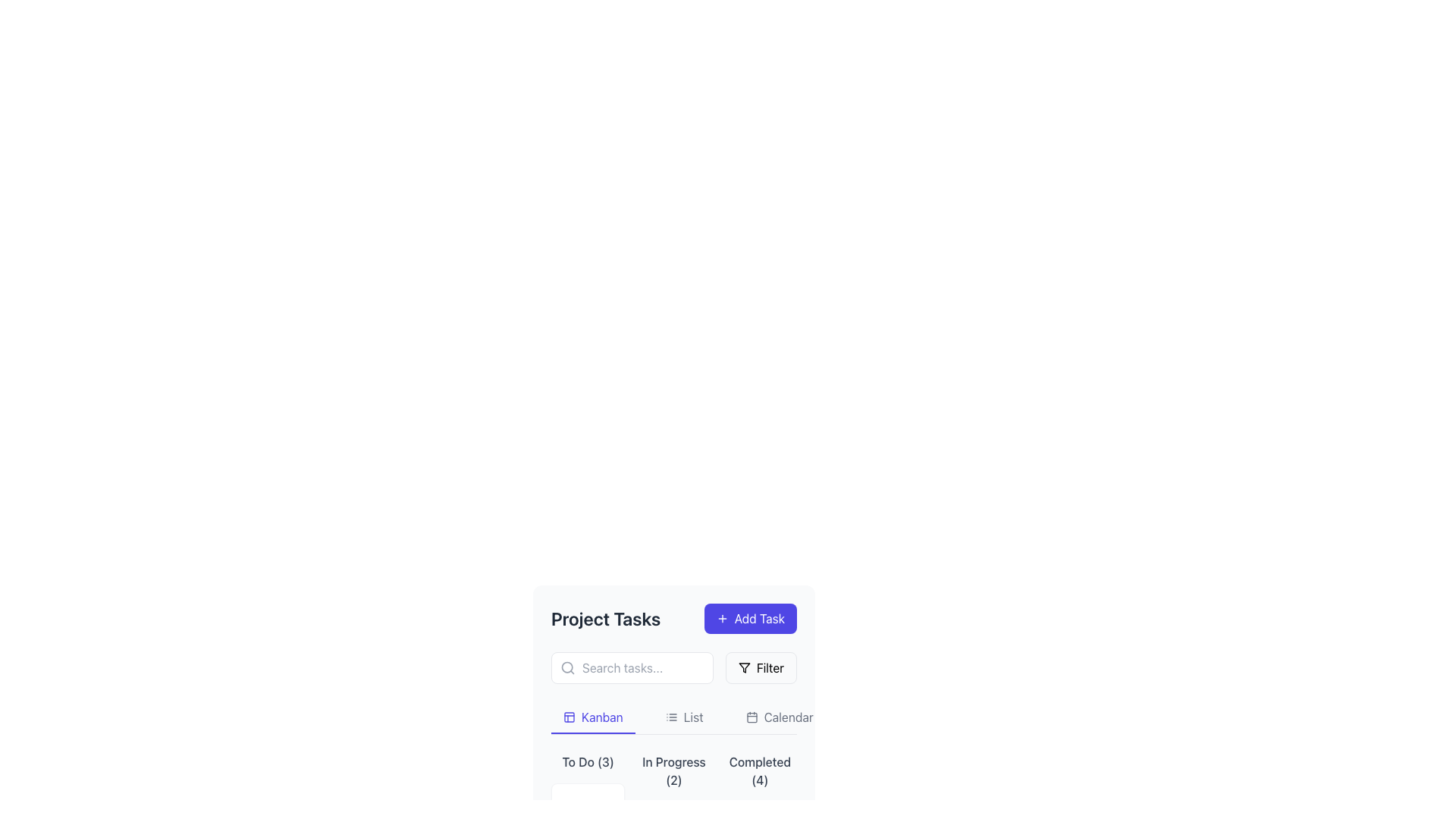 The image size is (1456, 819). What do you see at coordinates (760, 771) in the screenshot?
I see `the 'Completed' text label indicating 4 tasks, located in the lower right portion of the interface within the task statuses section` at bounding box center [760, 771].